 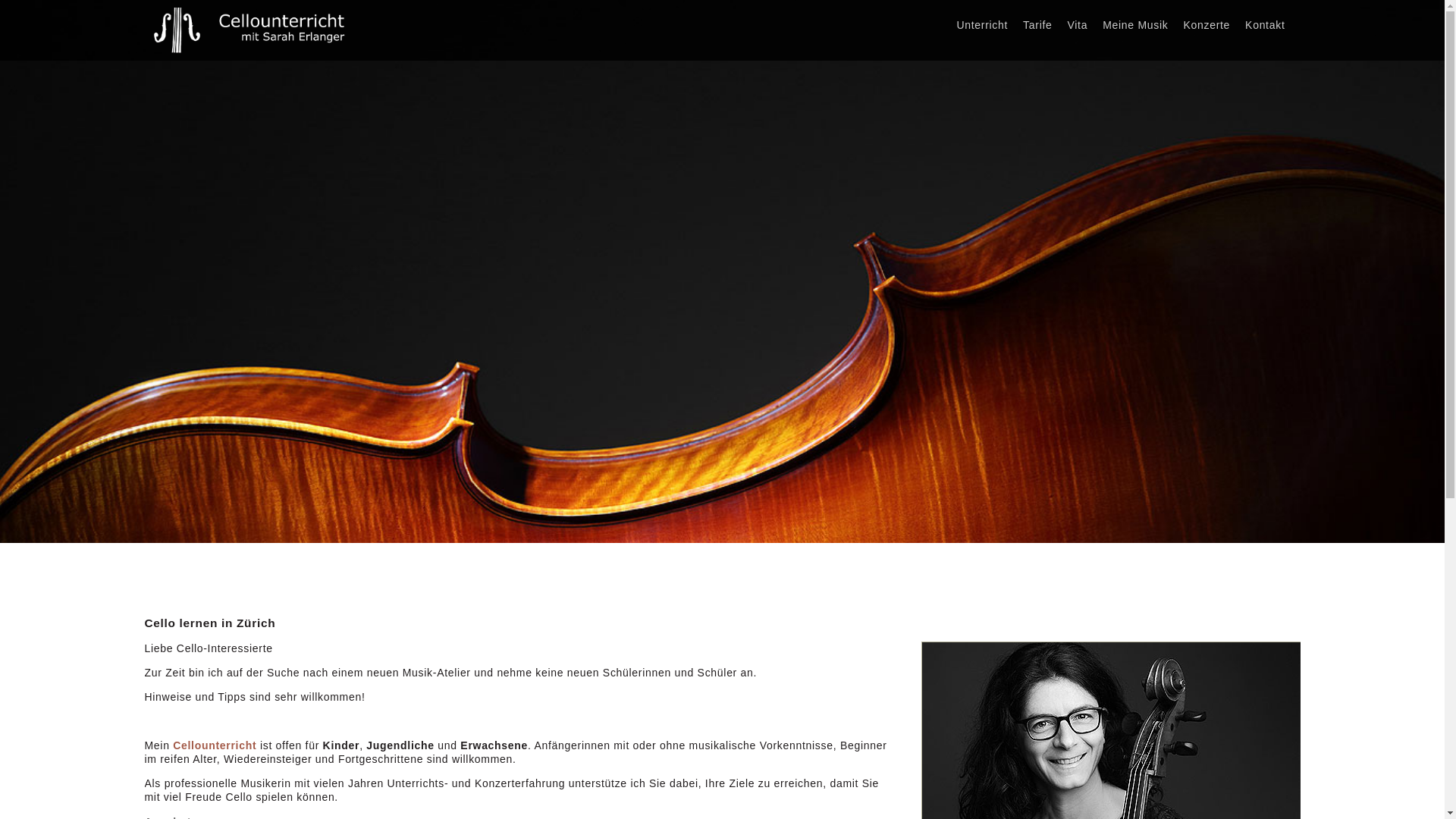 I want to click on 'Meine Musik', so click(x=1135, y=25).